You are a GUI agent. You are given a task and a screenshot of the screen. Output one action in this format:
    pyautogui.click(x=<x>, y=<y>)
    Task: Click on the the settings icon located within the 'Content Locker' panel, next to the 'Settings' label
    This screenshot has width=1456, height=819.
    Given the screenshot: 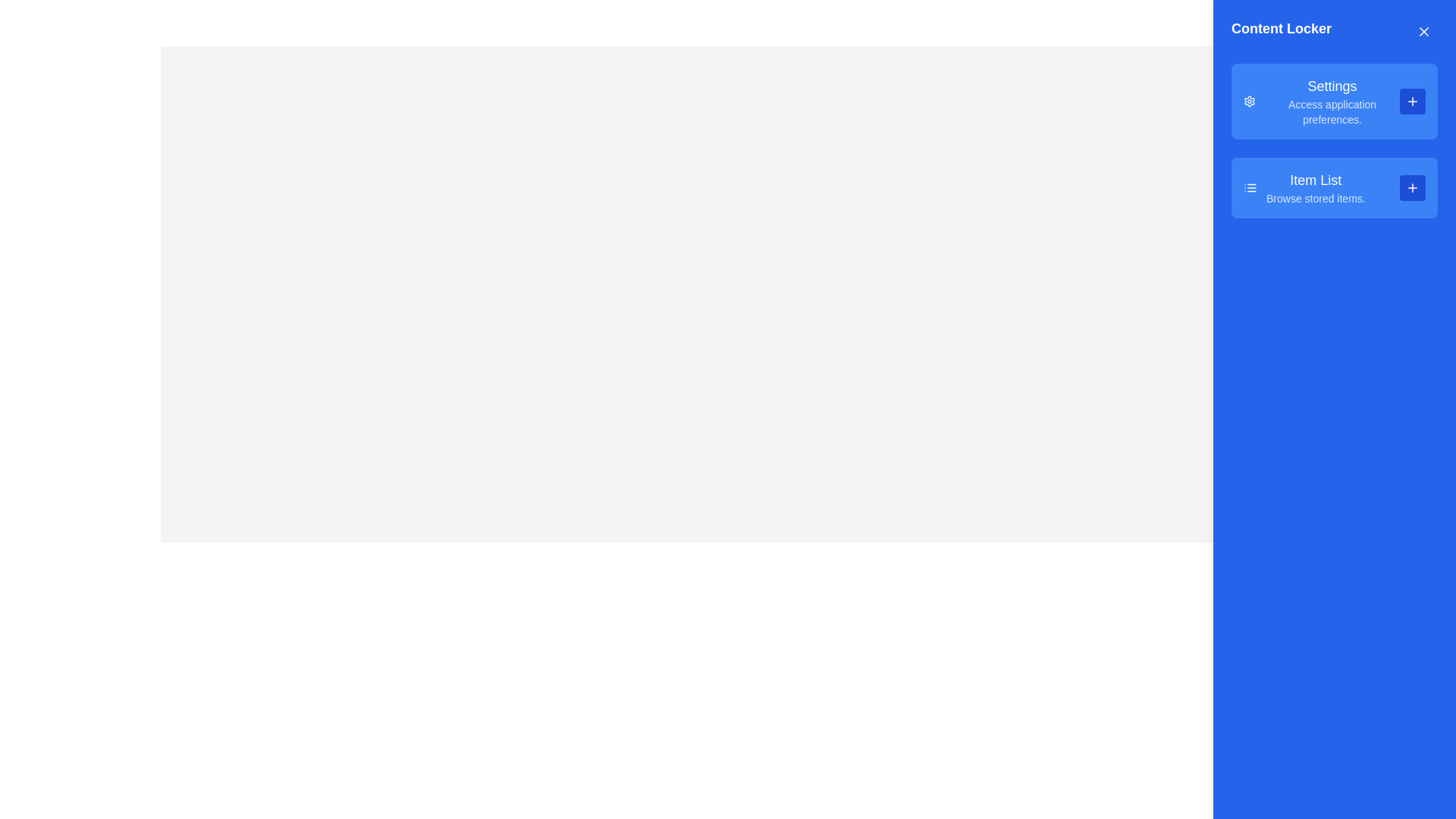 What is the action you would take?
    pyautogui.click(x=1250, y=102)
    